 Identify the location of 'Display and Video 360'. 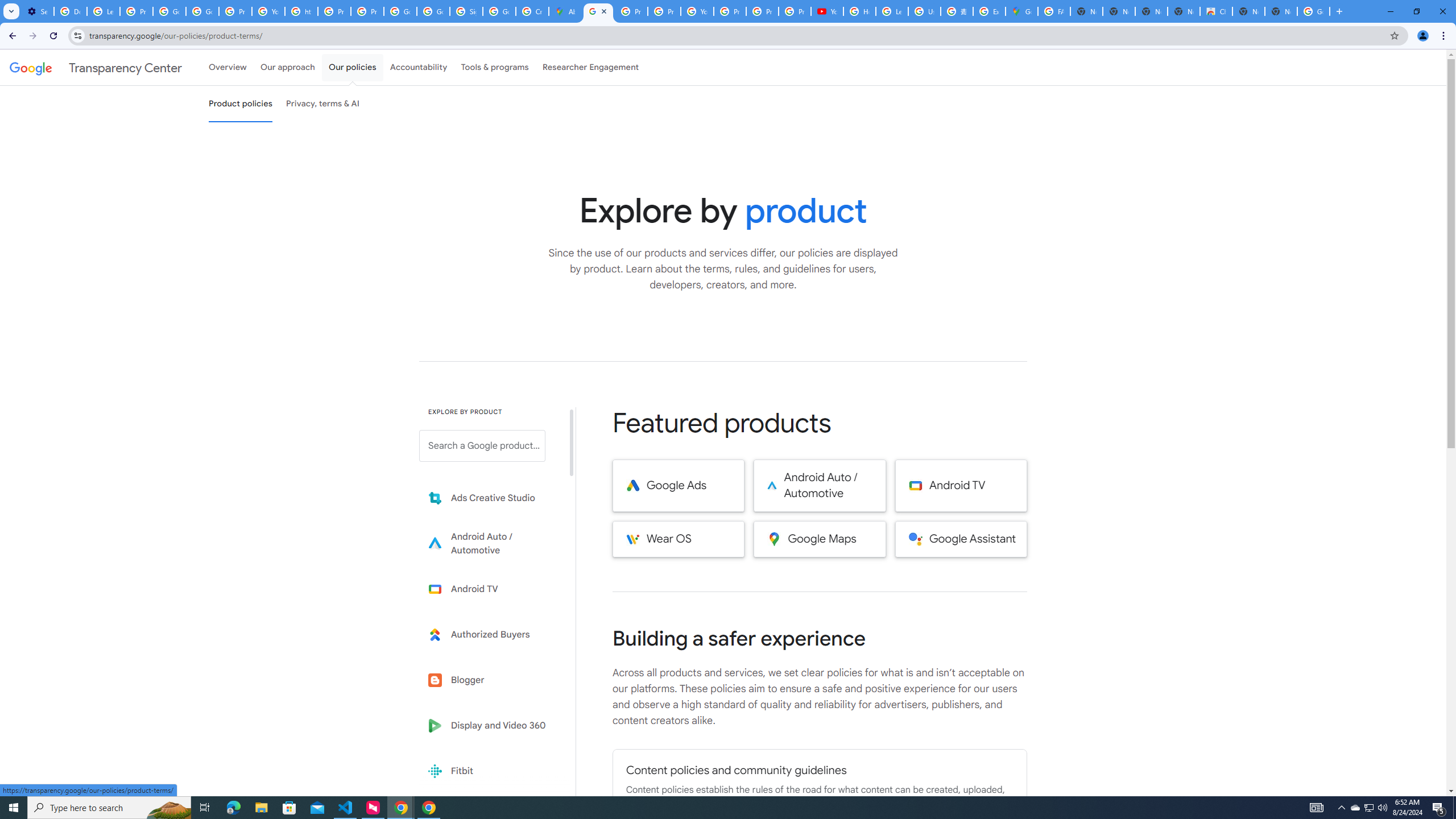
(490, 725).